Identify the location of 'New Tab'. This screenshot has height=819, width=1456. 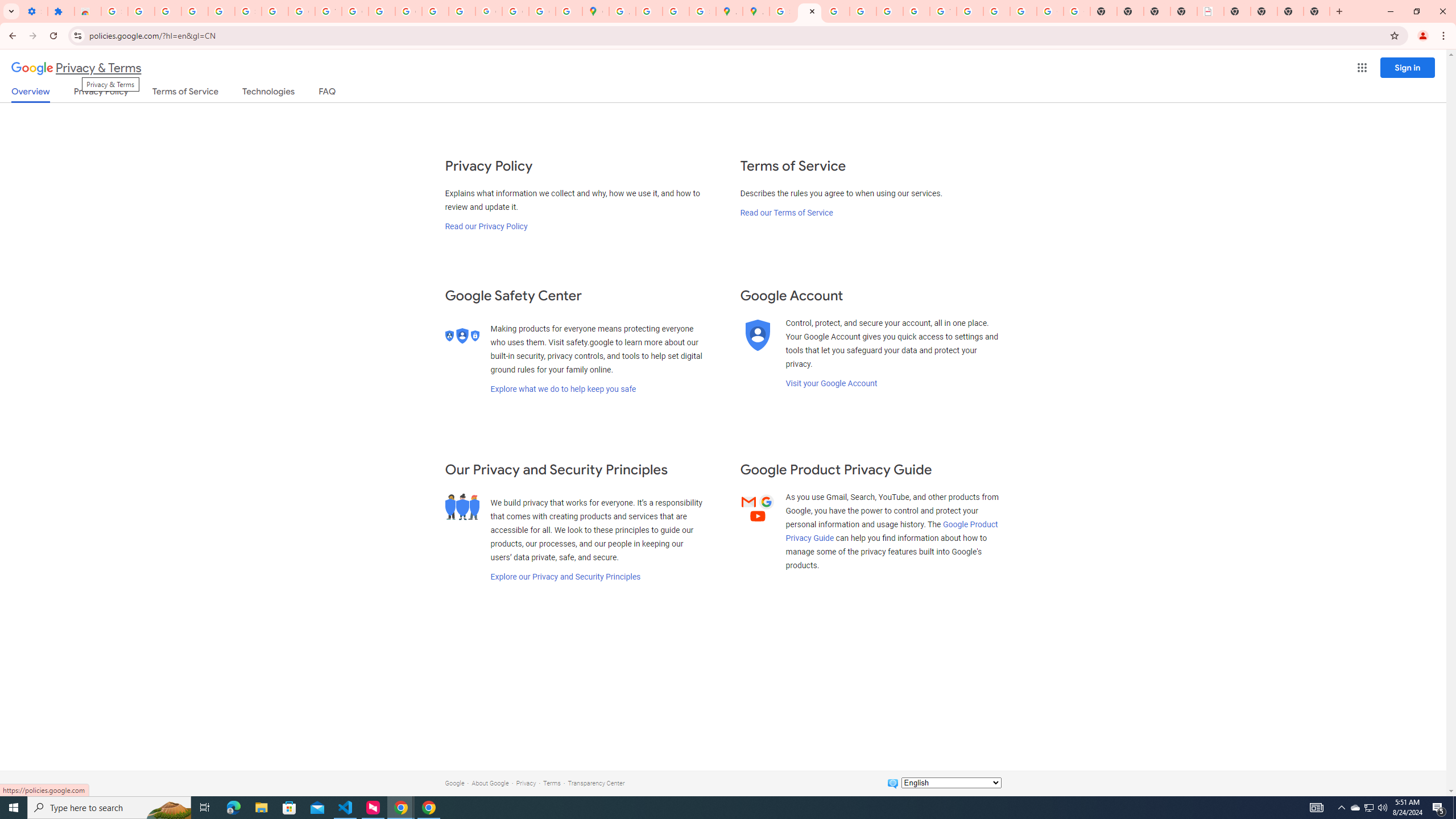
(1317, 11).